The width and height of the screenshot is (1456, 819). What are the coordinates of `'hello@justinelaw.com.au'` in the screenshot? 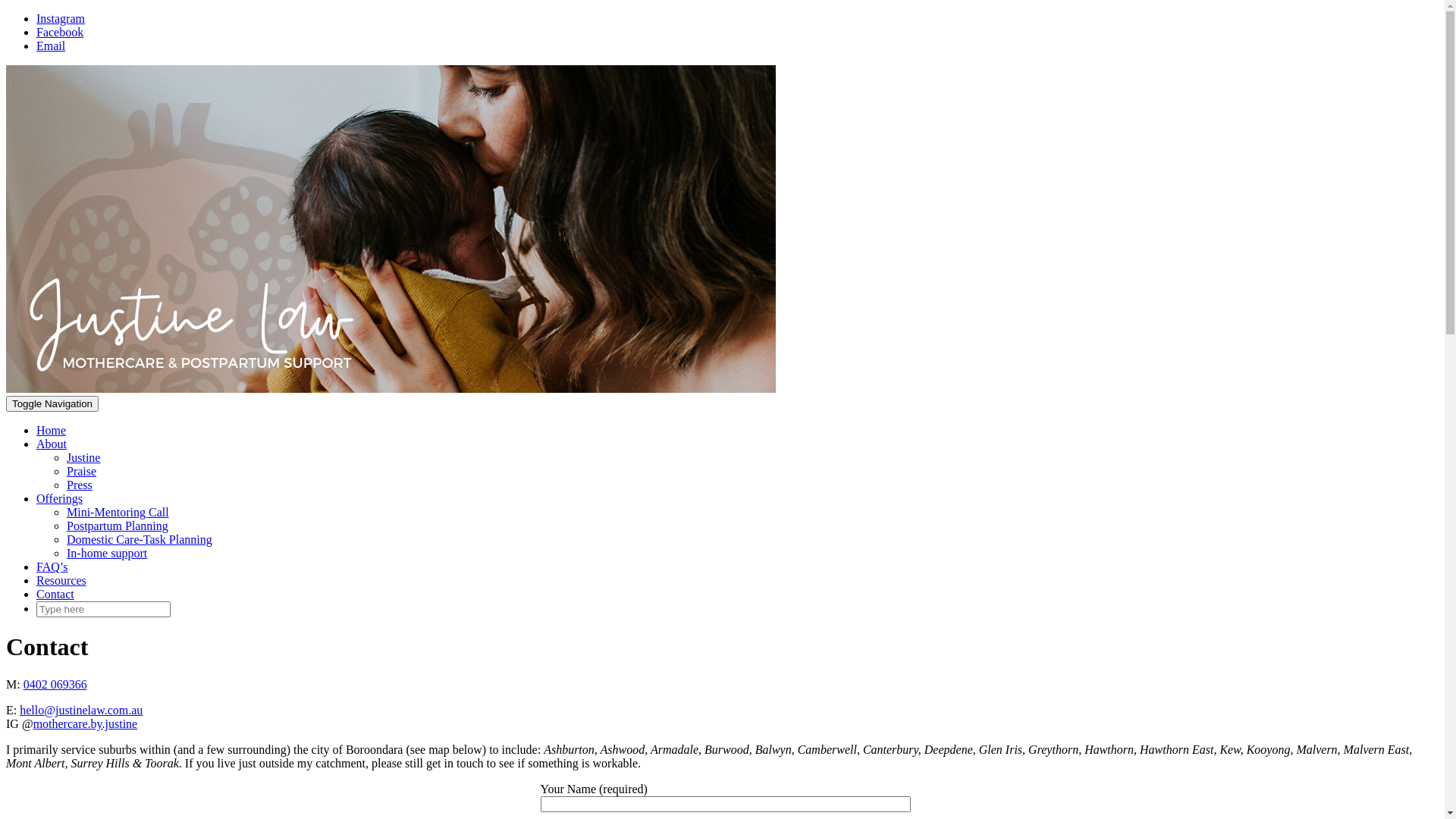 It's located at (80, 710).